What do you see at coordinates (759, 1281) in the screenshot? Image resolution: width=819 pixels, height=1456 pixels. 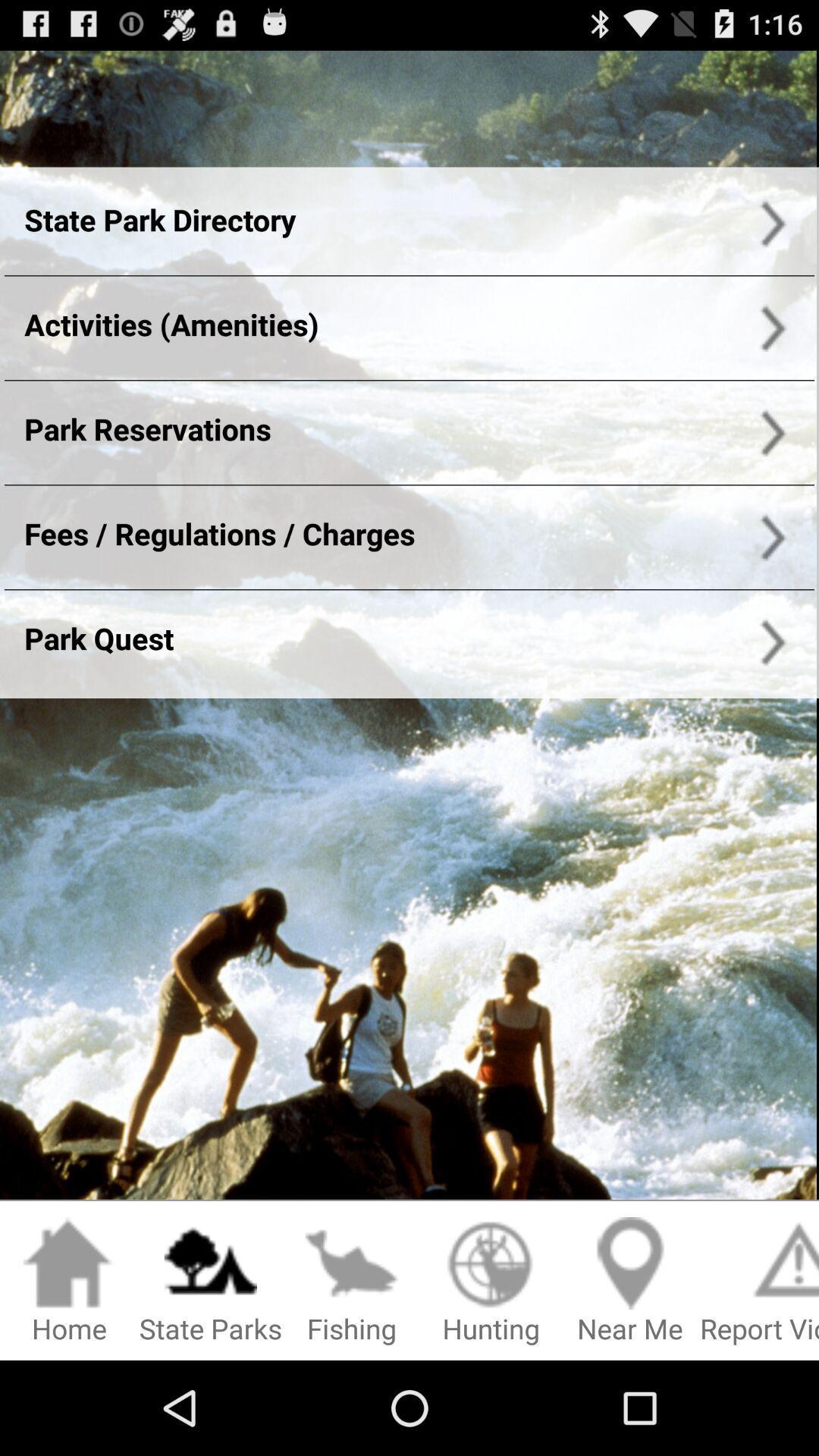 I see `the icon right to the text near me` at bounding box center [759, 1281].